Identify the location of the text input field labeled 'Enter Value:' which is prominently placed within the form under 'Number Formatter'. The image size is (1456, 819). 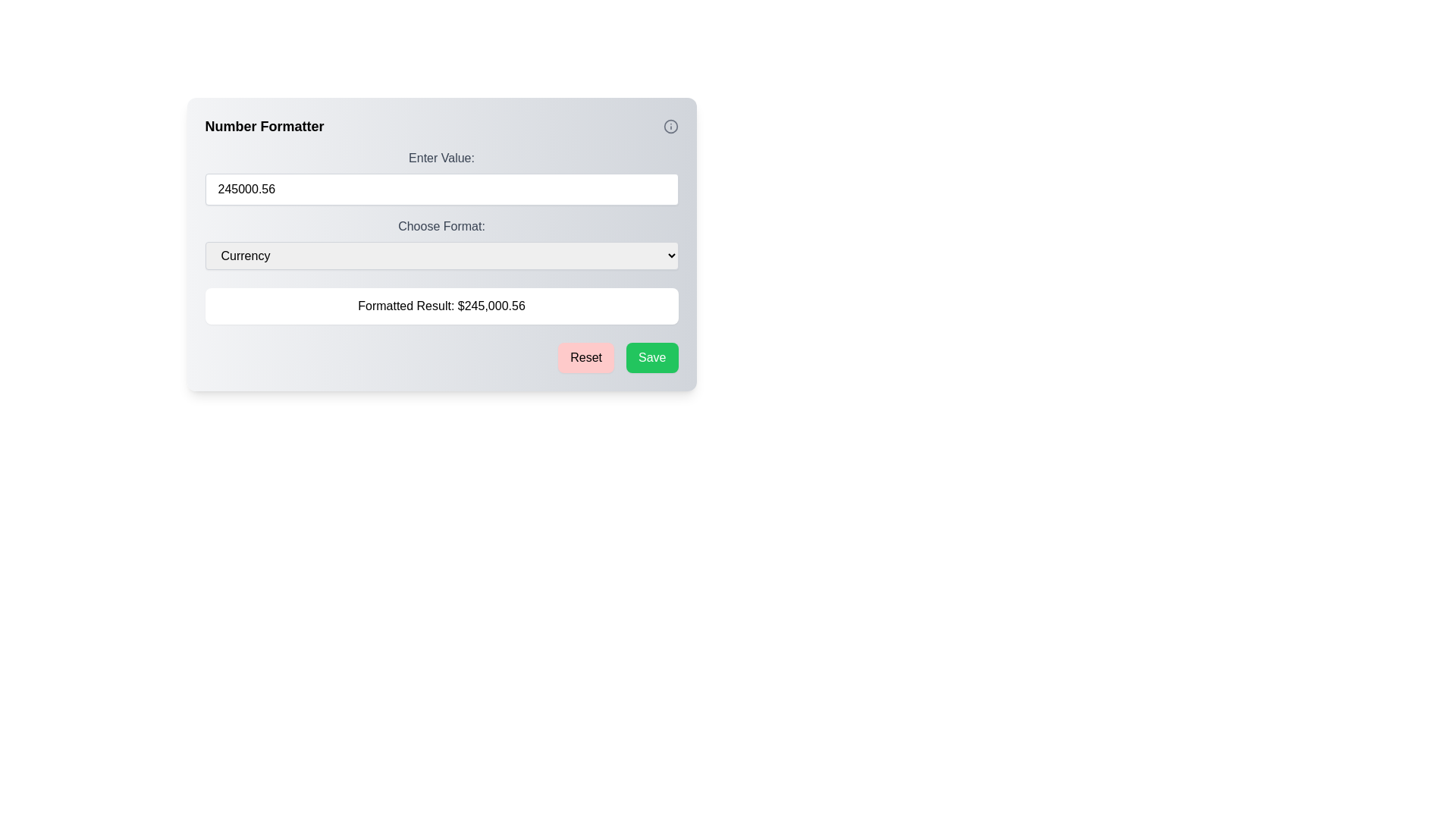
(441, 177).